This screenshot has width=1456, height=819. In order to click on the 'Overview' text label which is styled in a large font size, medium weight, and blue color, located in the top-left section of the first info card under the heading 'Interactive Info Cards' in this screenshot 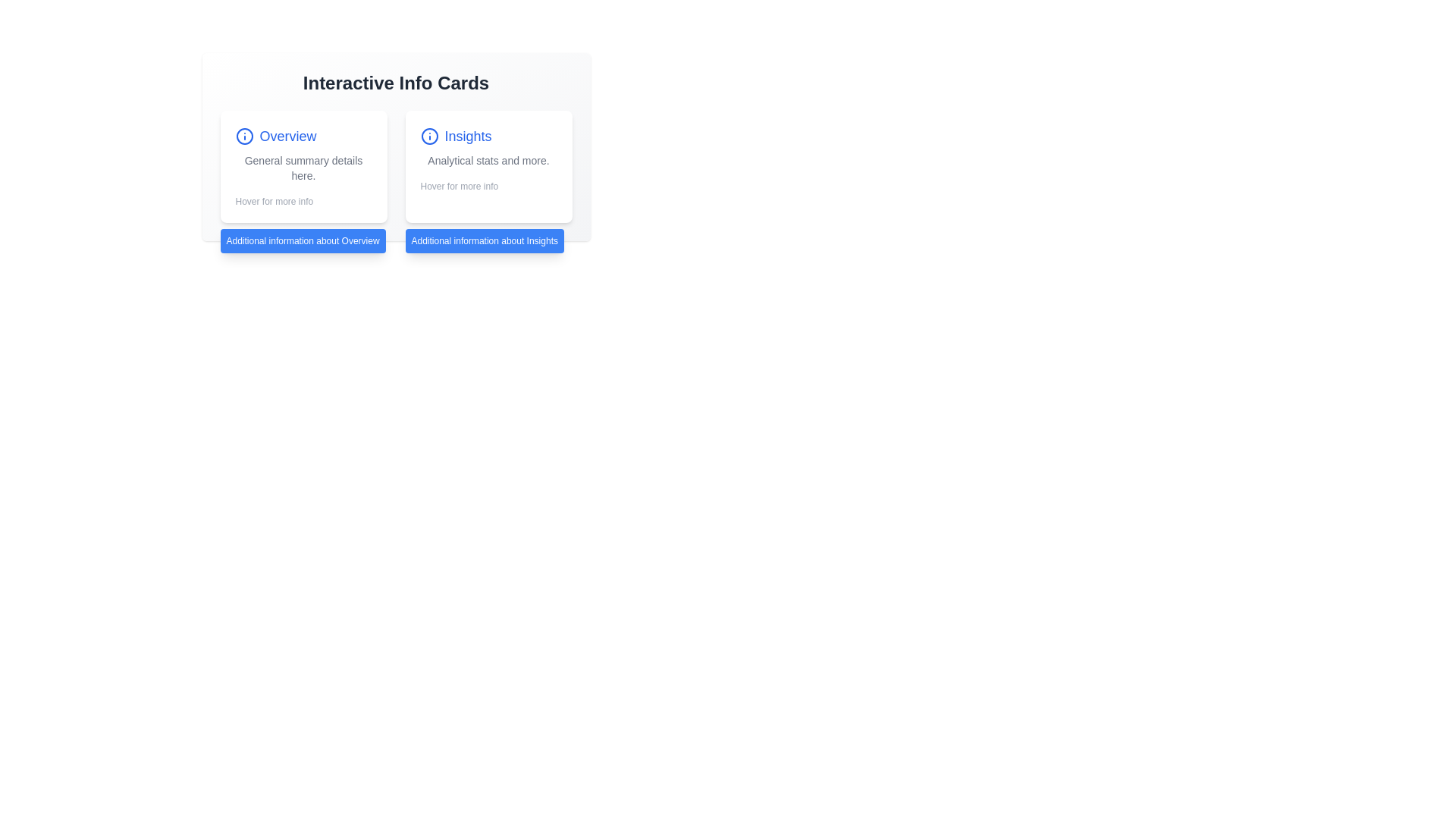, I will do `click(303, 136)`.